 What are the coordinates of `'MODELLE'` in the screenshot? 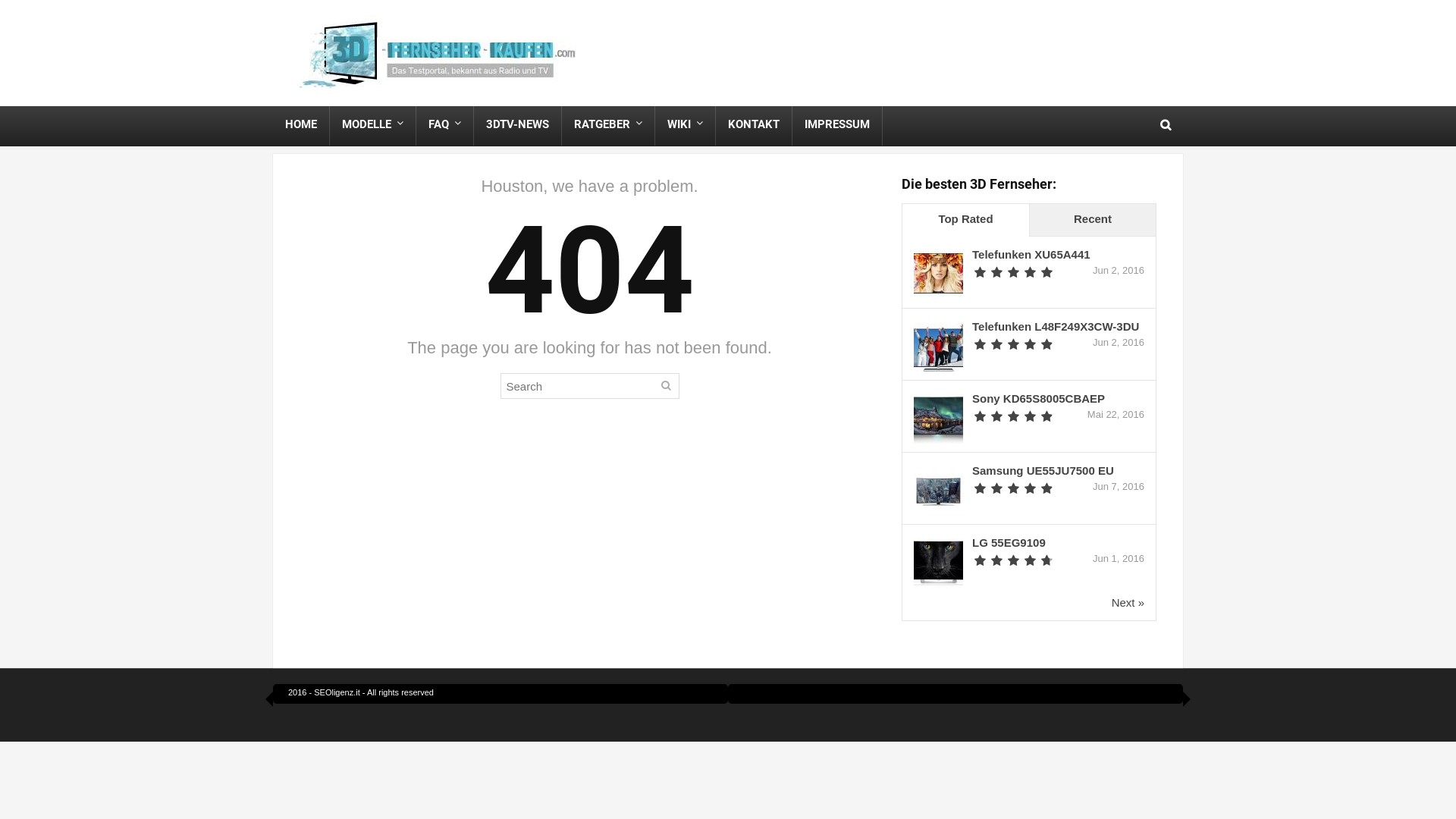 It's located at (372, 124).